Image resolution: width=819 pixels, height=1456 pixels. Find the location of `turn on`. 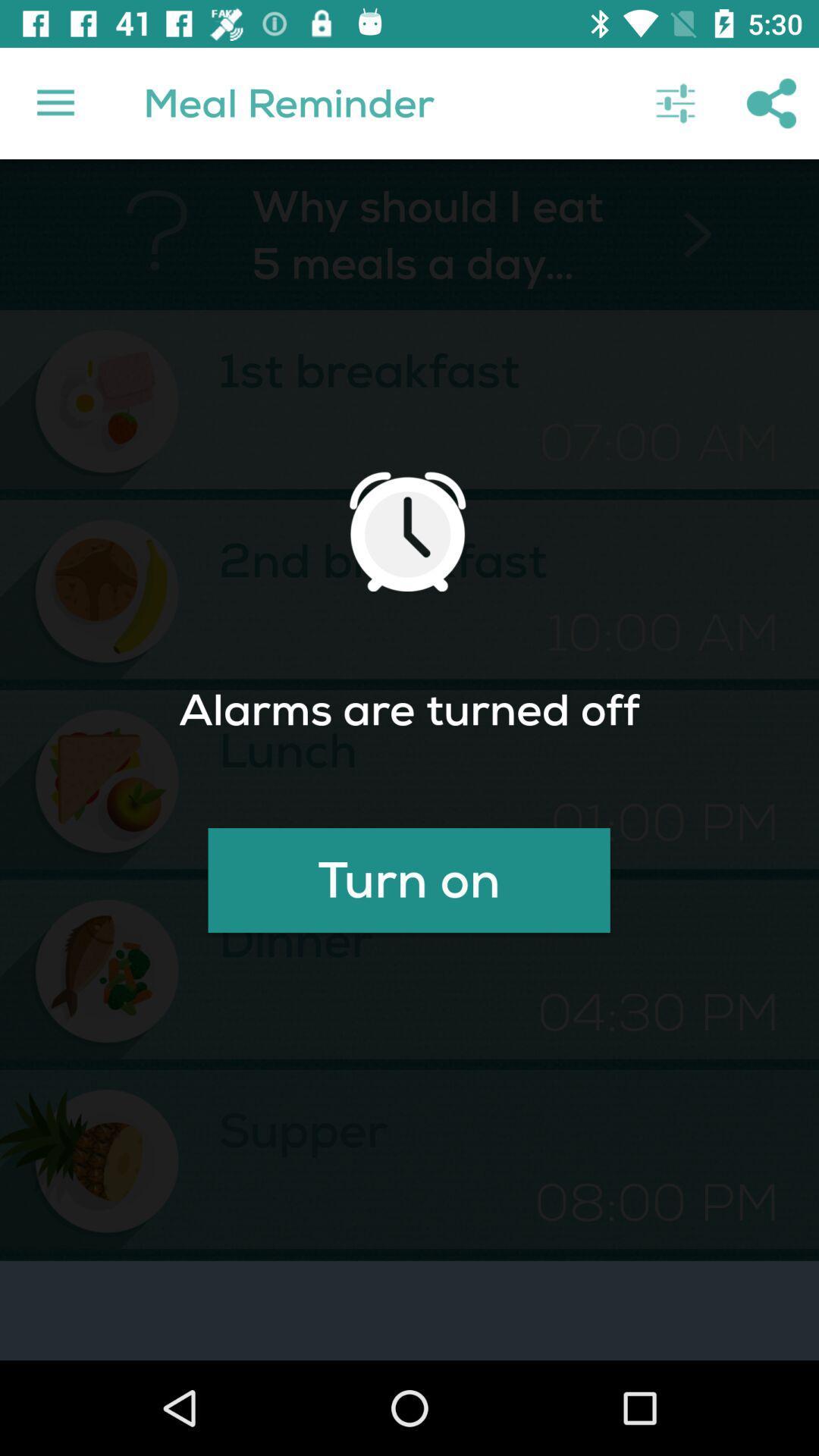

turn on is located at coordinates (408, 880).